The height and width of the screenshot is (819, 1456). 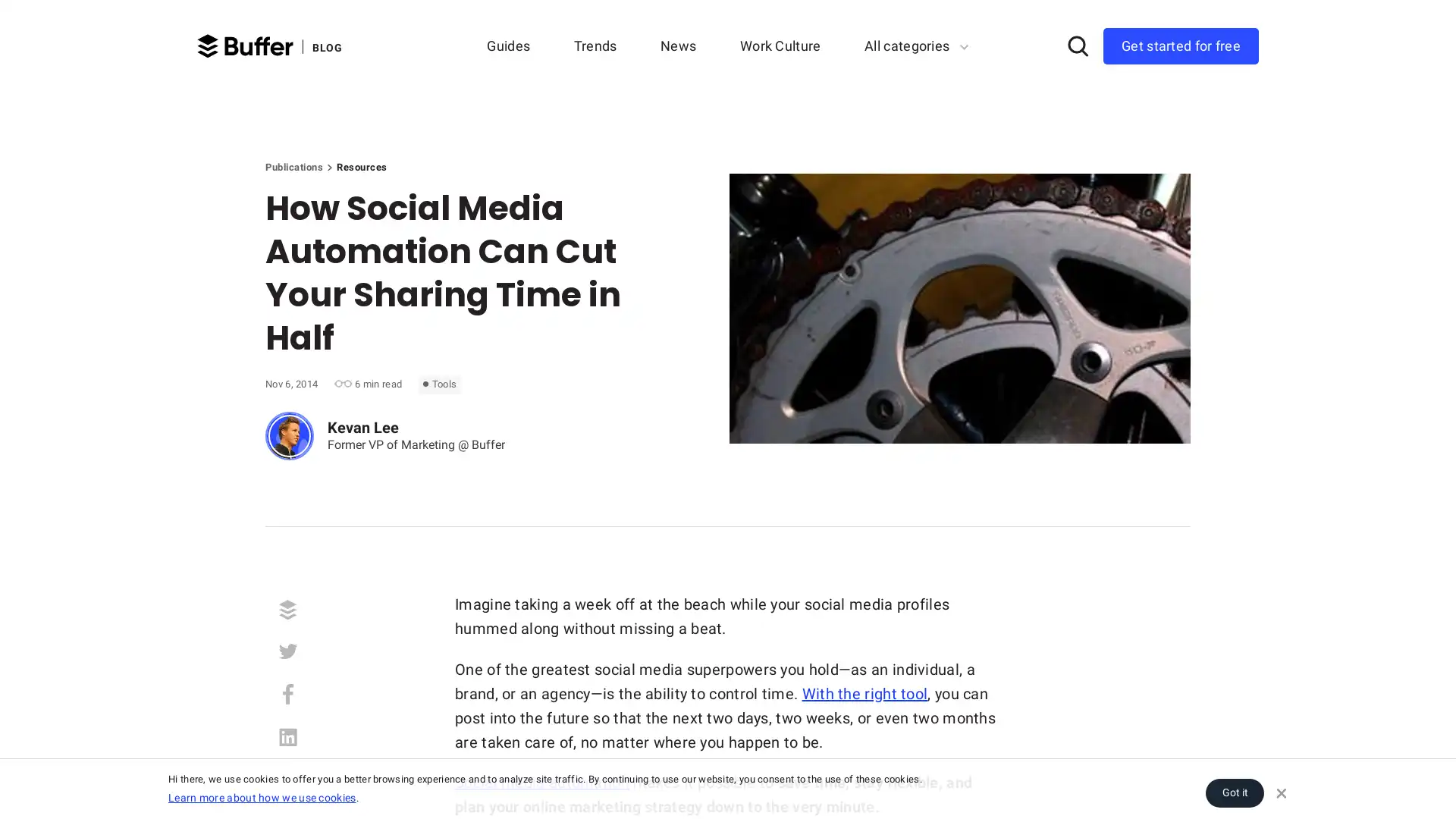 I want to click on Search, so click(x=1073, y=45).